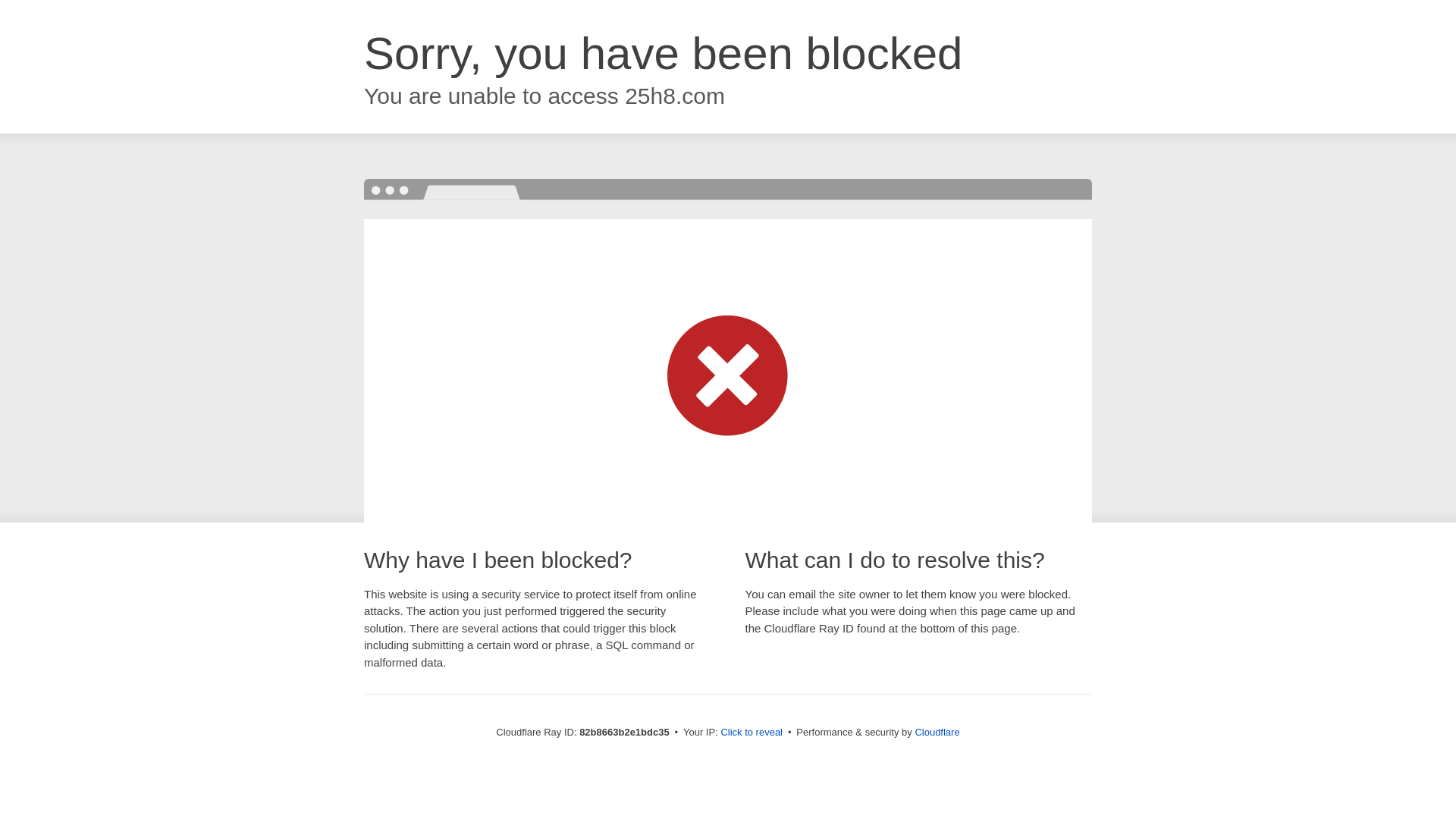 Image resolution: width=1456 pixels, height=819 pixels. Describe the element at coordinates (751, 731) in the screenshot. I see `'Click to reveal'` at that location.